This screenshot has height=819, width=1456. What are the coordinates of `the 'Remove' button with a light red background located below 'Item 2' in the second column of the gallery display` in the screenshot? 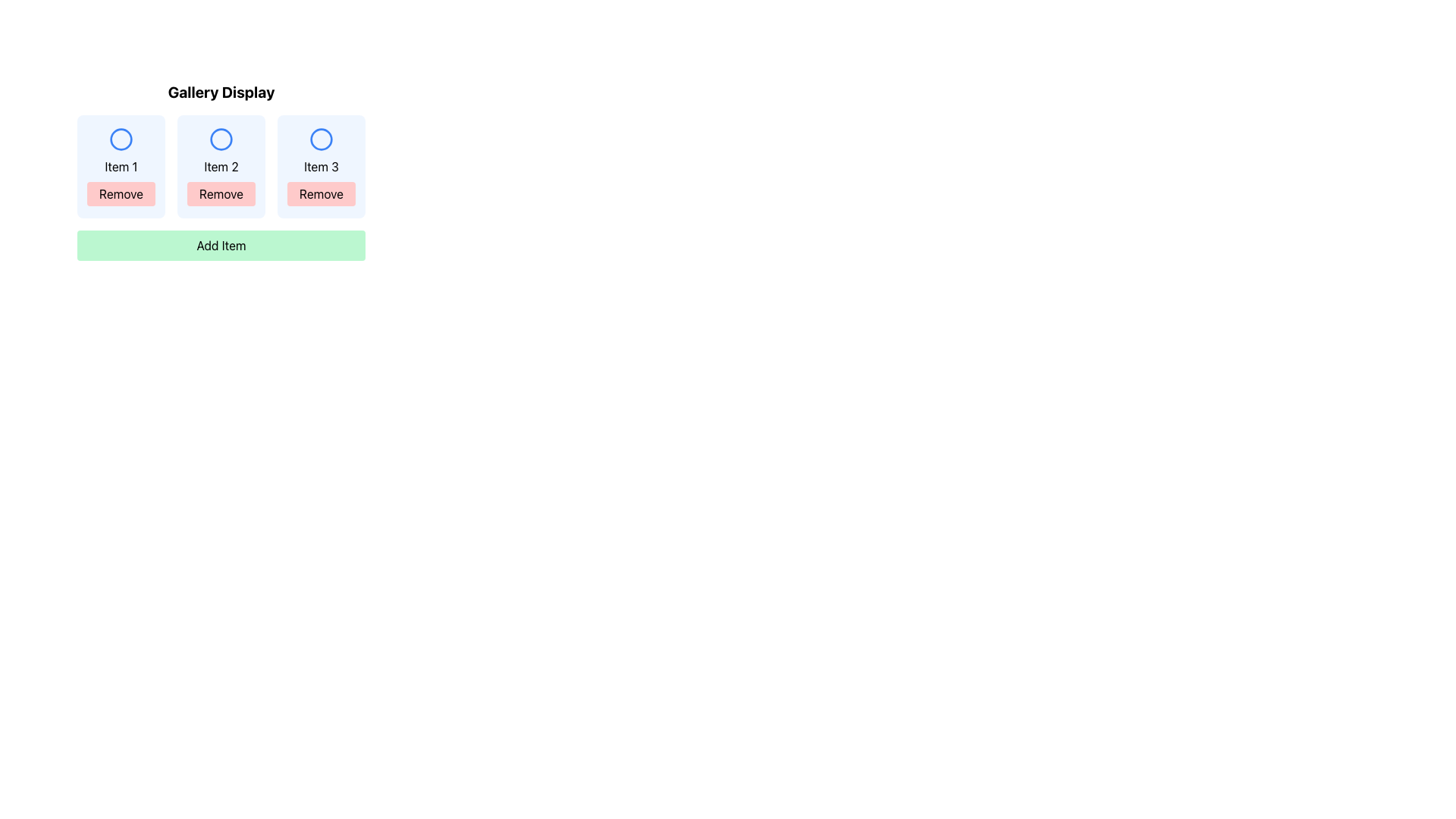 It's located at (221, 193).